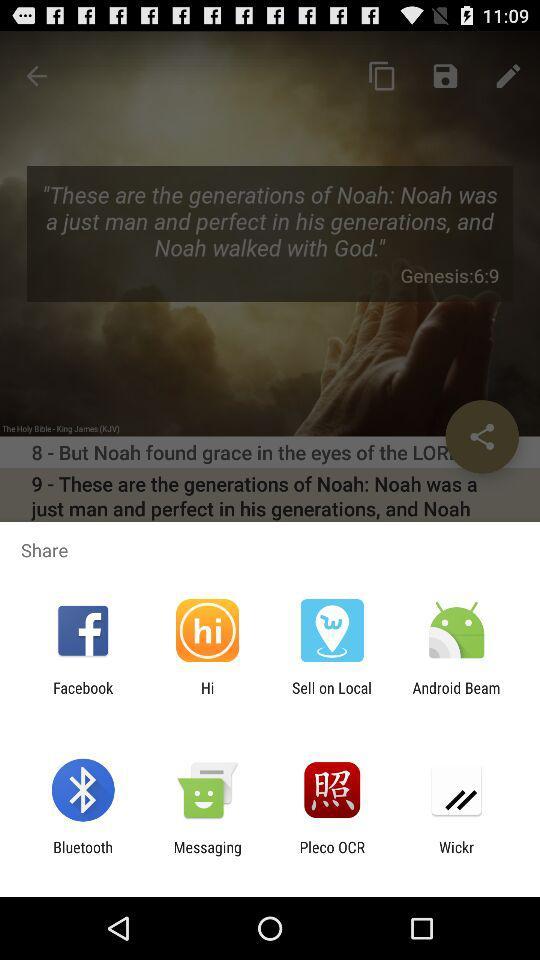 This screenshot has height=960, width=540. Describe the element at coordinates (82, 855) in the screenshot. I see `bluetooth item` at that location.